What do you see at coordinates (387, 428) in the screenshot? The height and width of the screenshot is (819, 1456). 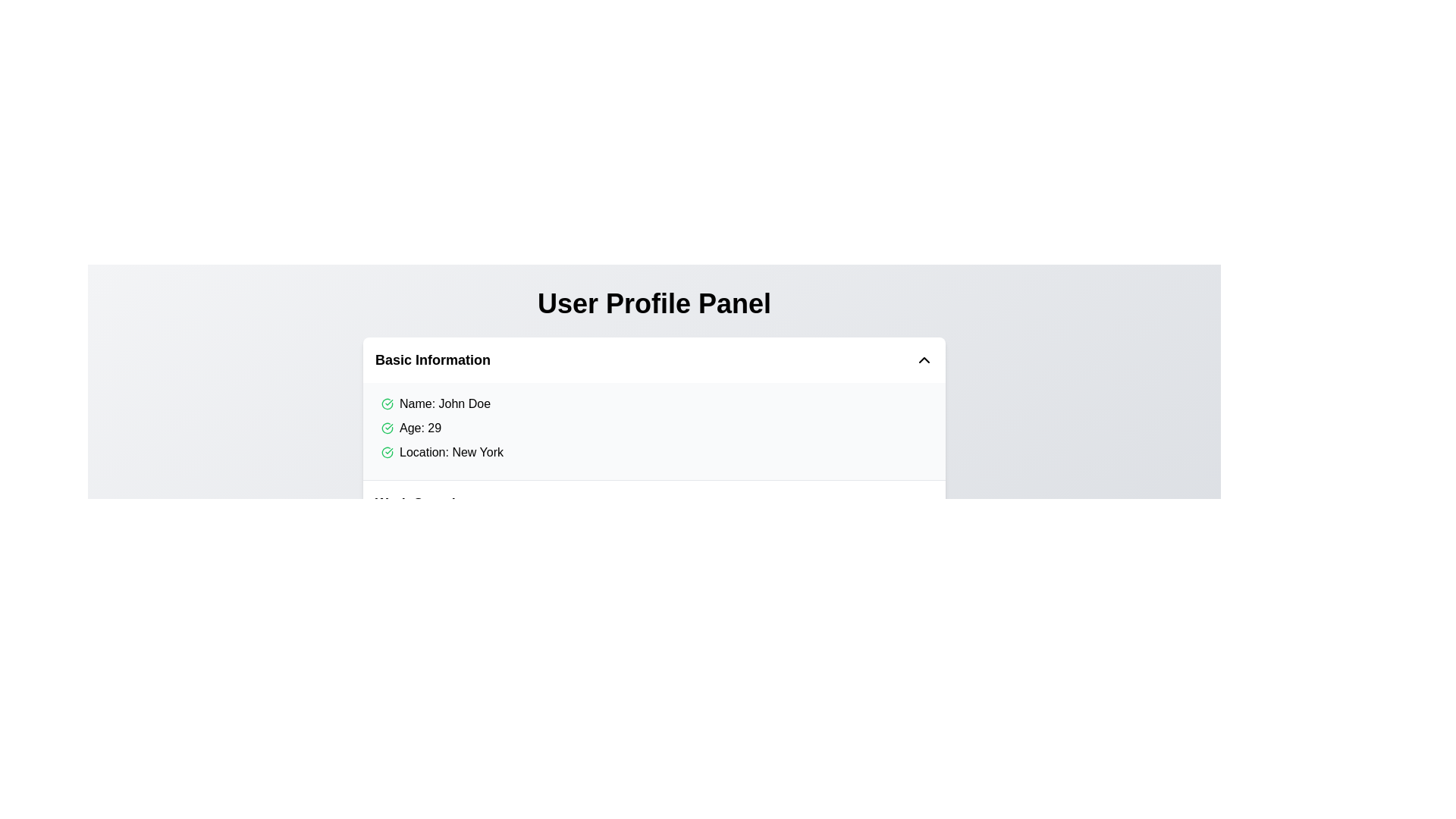 I see `green circular checkmark icon within the SVG in the 'Basic Information' section for modification` at bounding box center [387, 428].